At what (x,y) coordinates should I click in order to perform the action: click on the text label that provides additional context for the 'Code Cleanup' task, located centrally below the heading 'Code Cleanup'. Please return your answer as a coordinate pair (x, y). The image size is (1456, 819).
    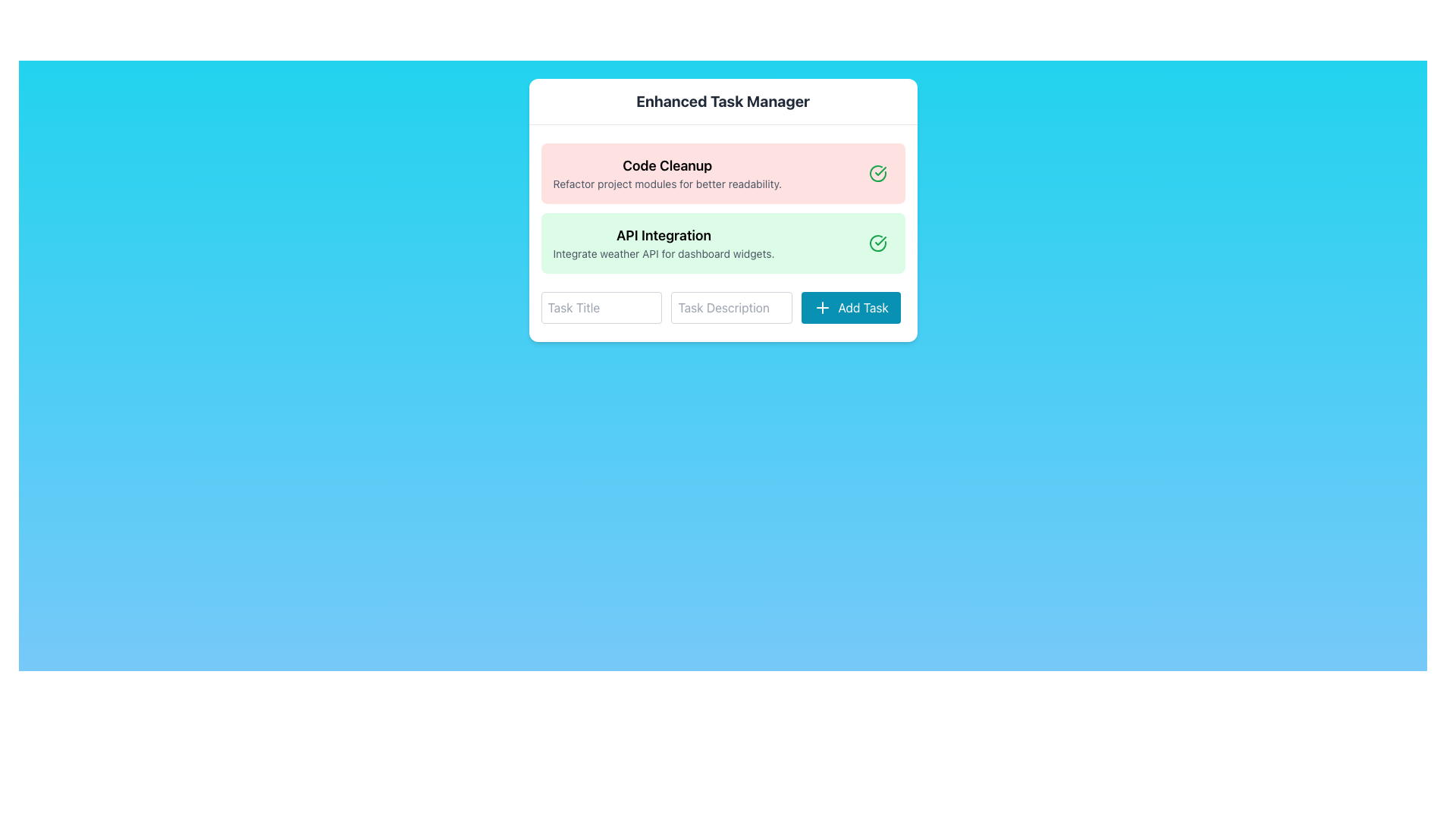
    Looking at the image, I should click on (667, 184).